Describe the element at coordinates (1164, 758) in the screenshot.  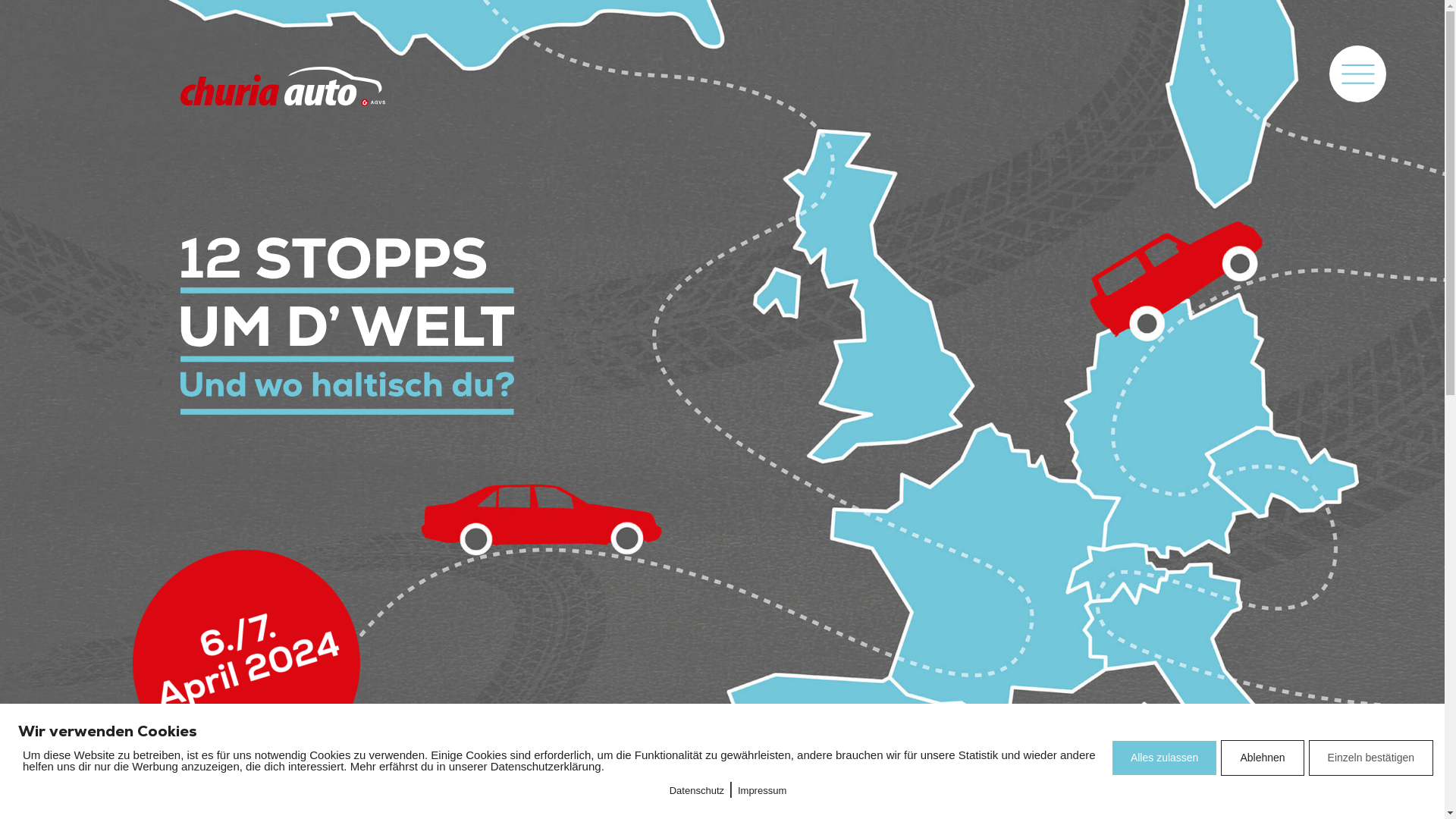
I see `'Alles zulassen'` at that location.